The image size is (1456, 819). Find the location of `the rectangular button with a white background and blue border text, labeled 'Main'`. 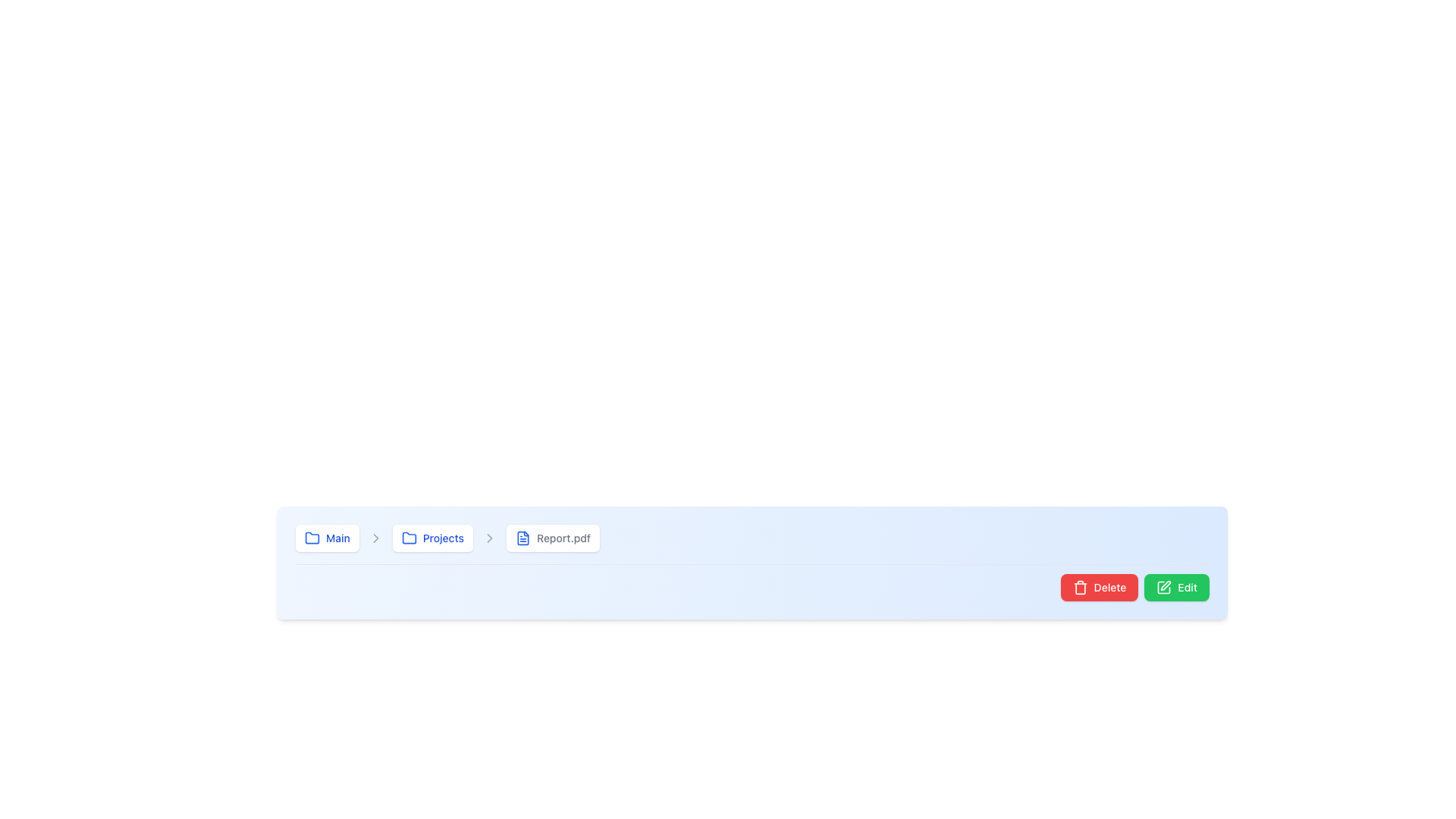

the rectangular button with a white background and blue border text, labeled 'Main' is located at coordinates (326, 537).